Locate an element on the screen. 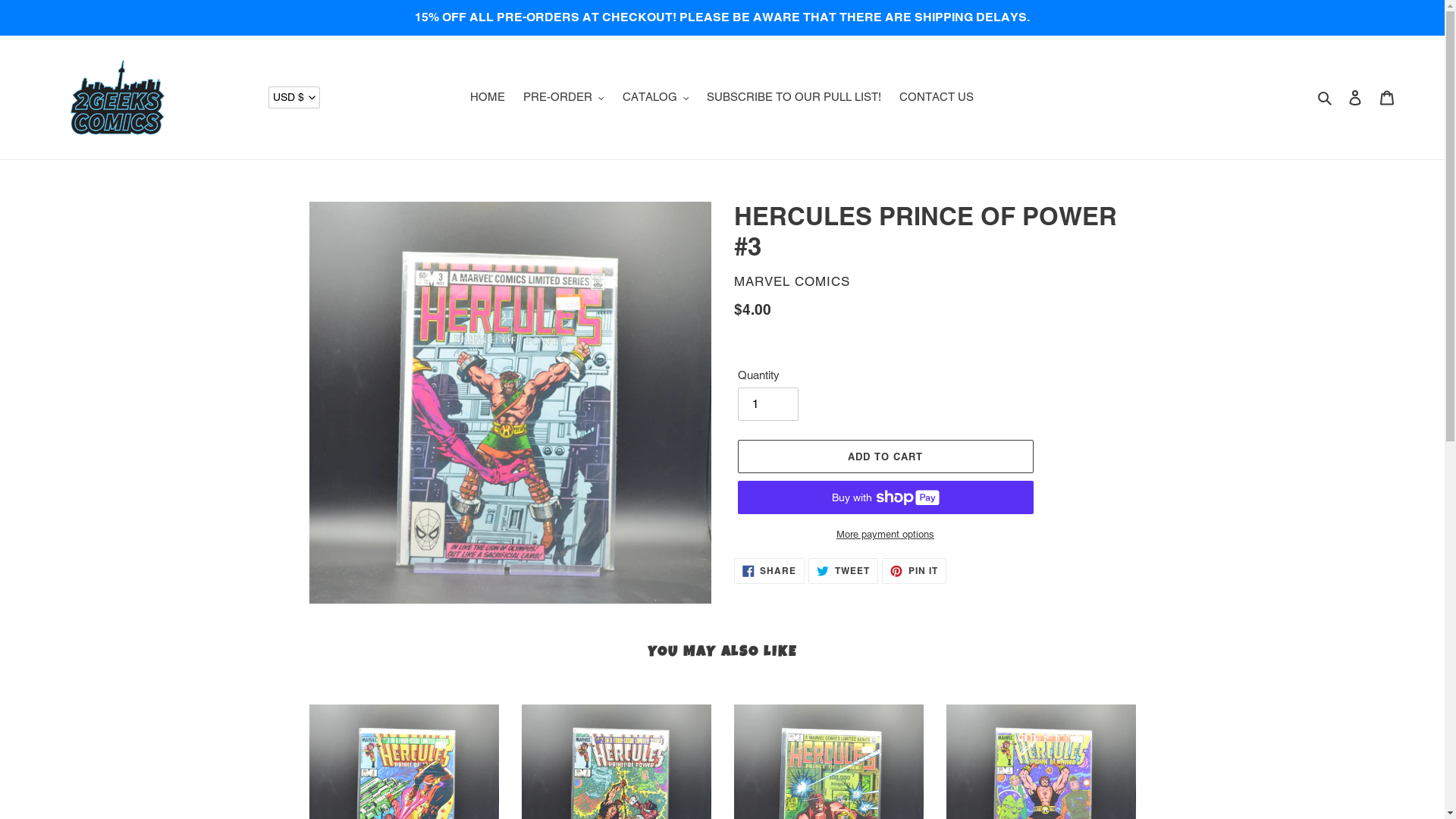 Image resolution: width=1456 pixels, height=819 pixels. 'SHARE is located at coordinates (769, 570).